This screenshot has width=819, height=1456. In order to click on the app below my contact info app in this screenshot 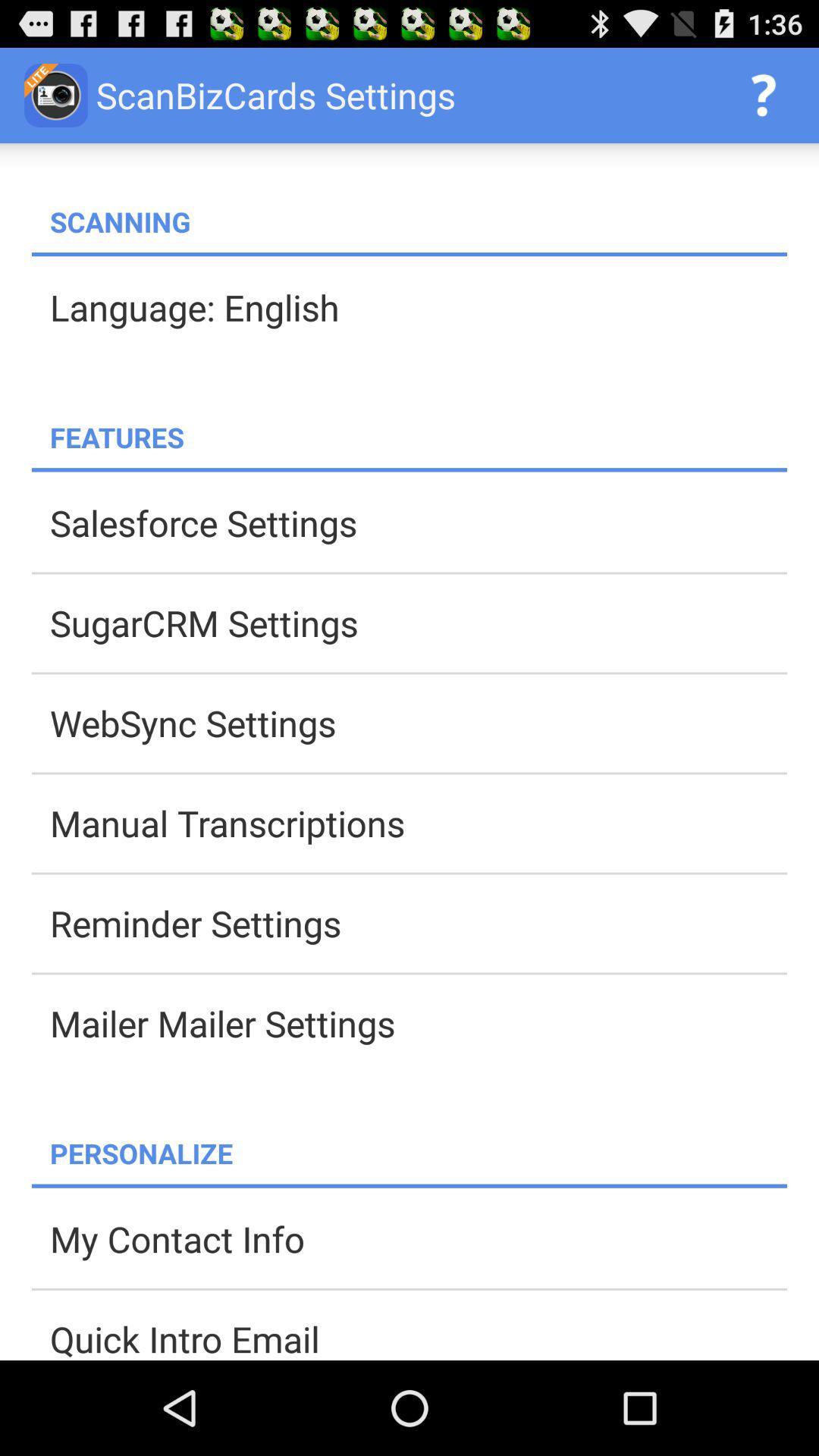, I will do `click(418, 1337)`.